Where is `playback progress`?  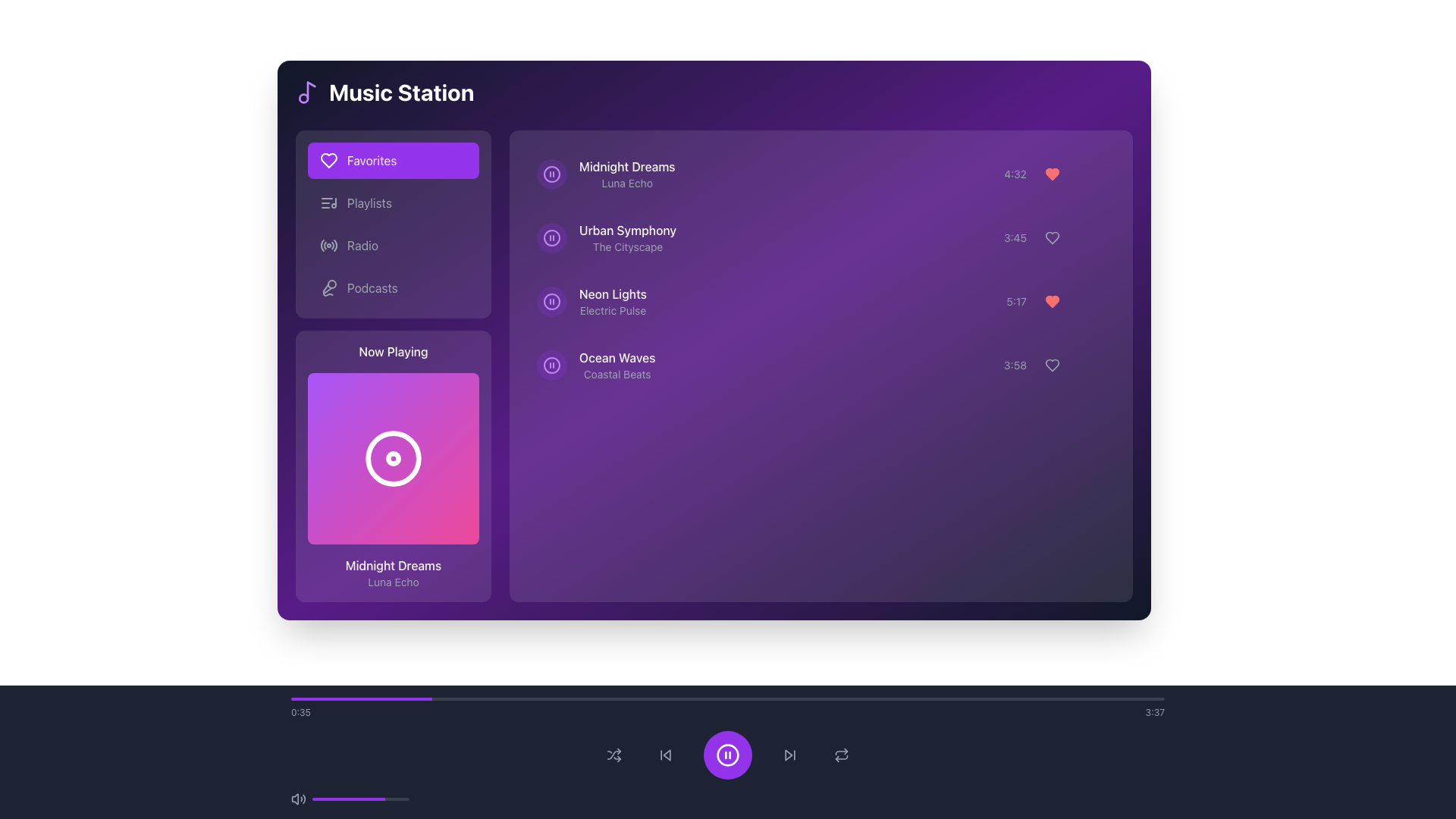 playback progress is located at coordinates (1041, 698).